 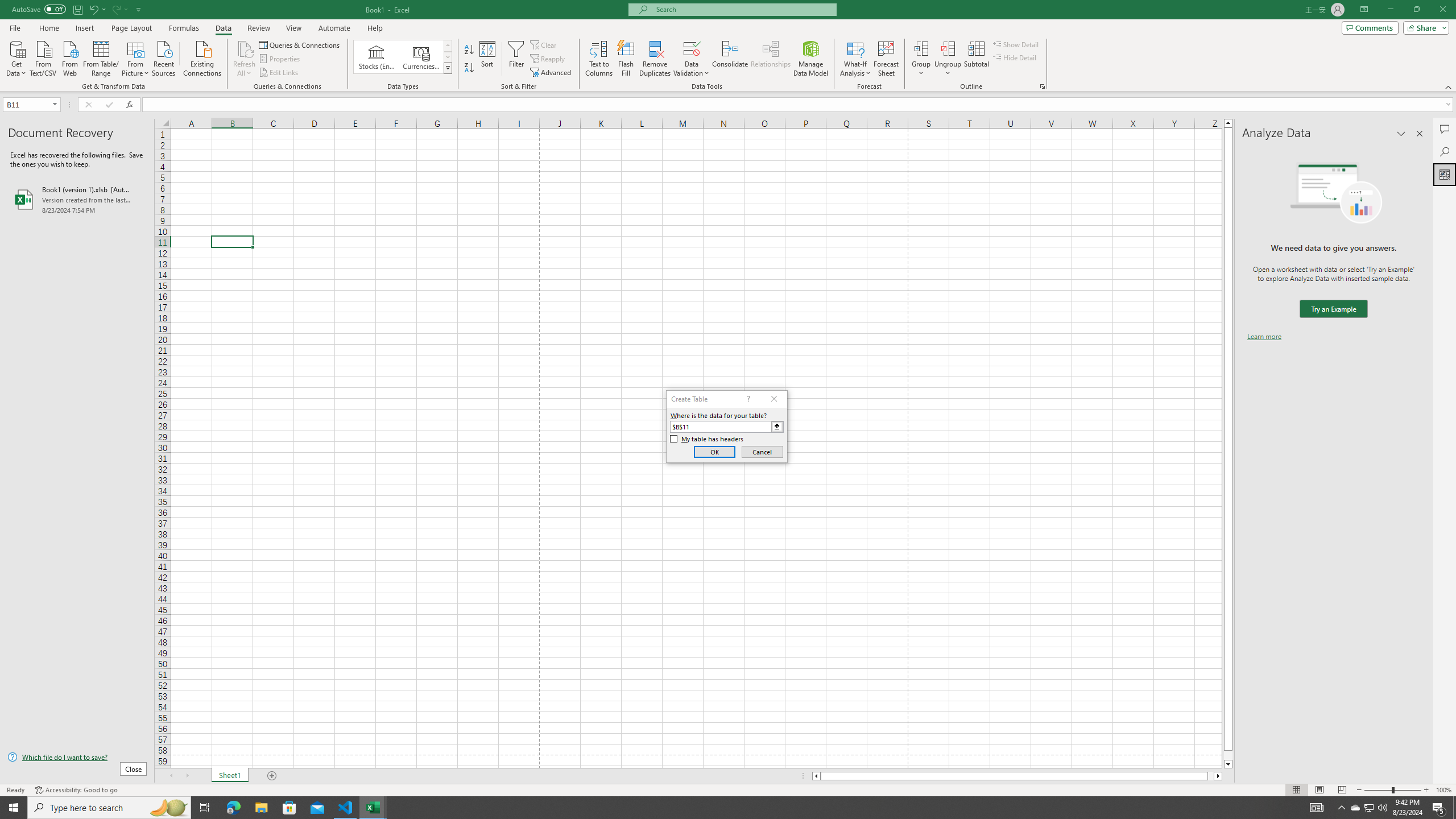 What do you see at coordinates (810, 59) in the screenshot?
I see `'Manage Data Model'` at bounding box center [810, 59].